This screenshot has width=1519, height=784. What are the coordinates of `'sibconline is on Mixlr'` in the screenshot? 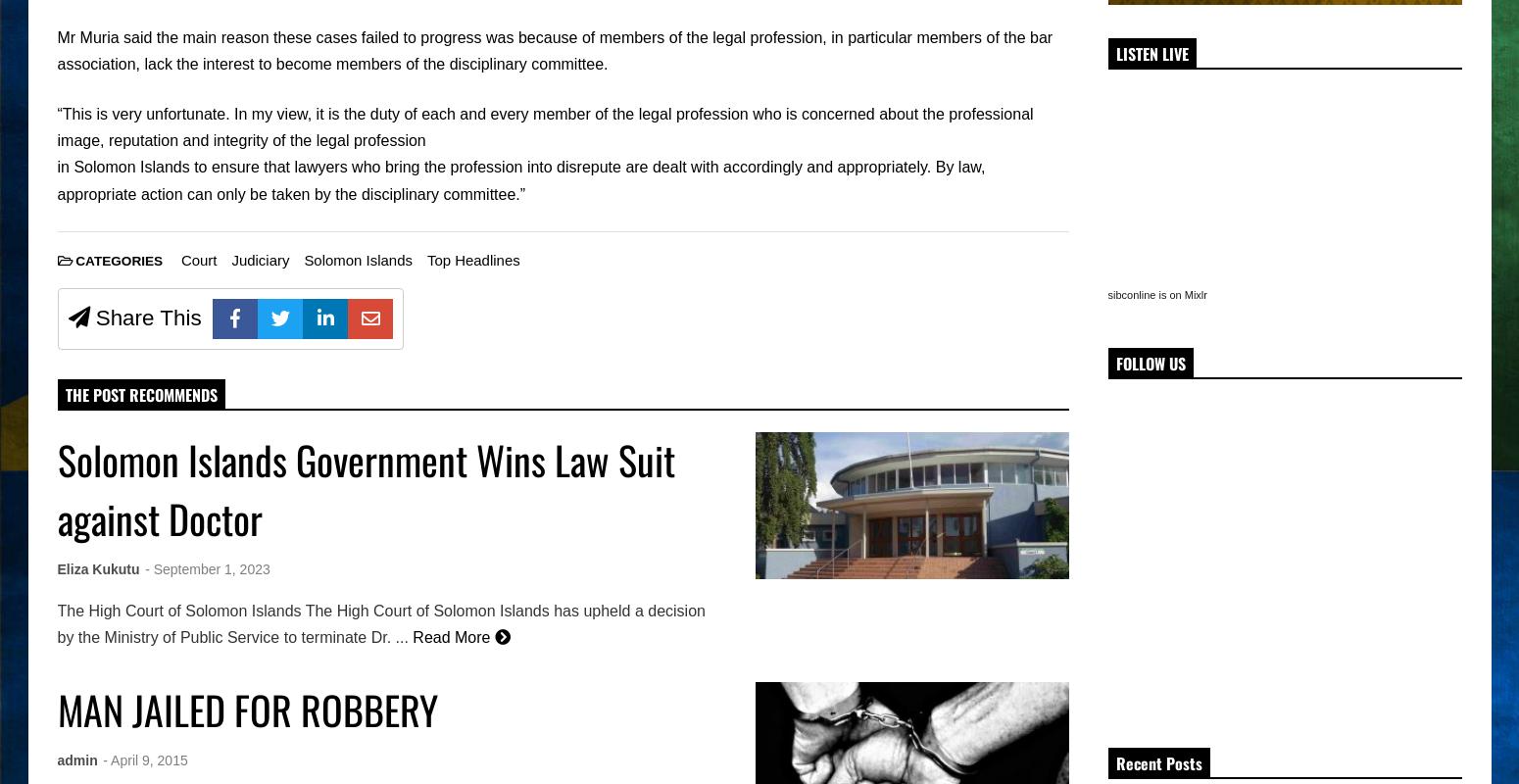 It's located at (1105, 294).